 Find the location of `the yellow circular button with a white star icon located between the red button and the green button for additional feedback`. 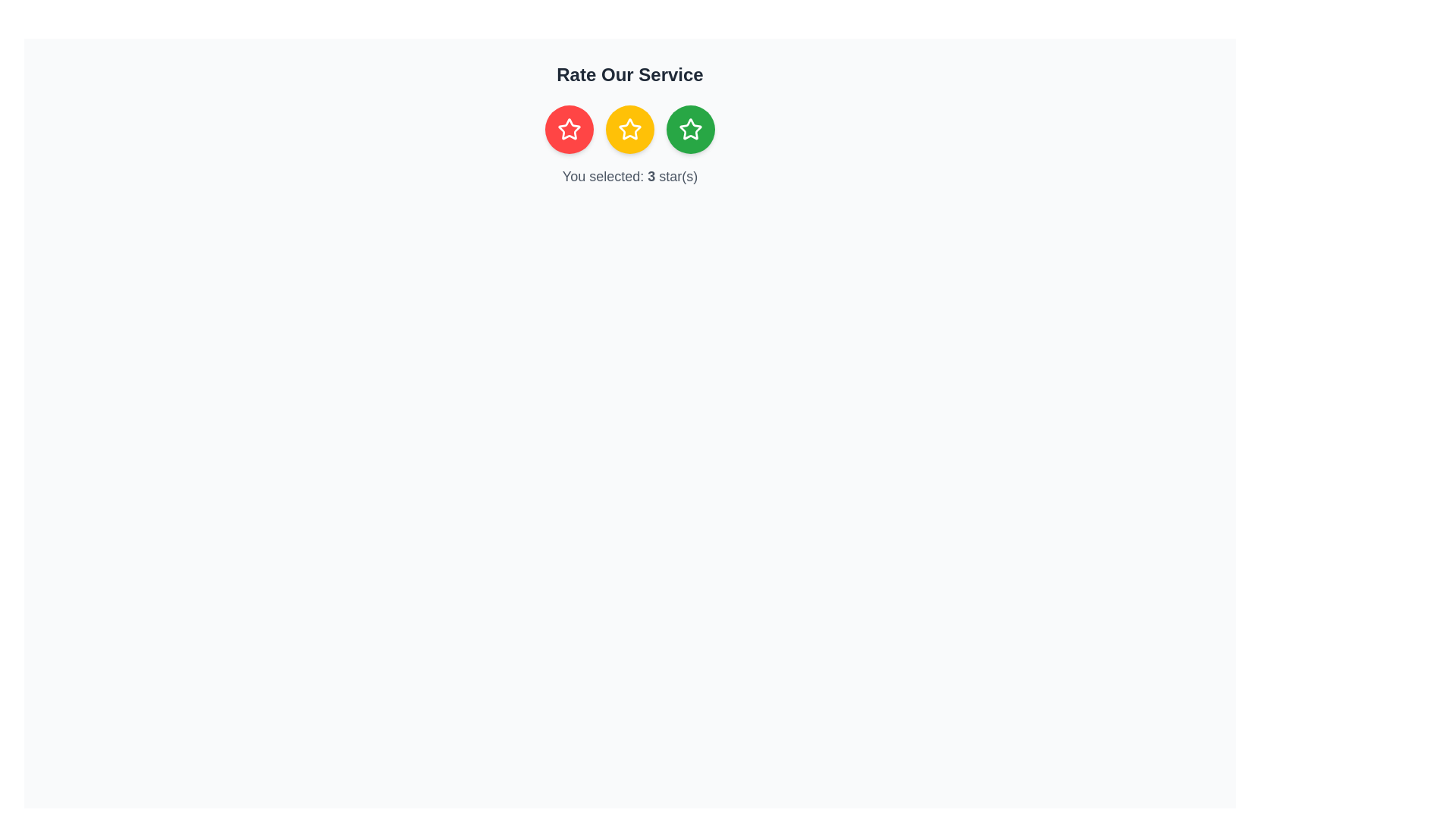

the yellow circular button with a white star icon located between the red button and the green button for additional feedback is located at coordinates (629, 128).